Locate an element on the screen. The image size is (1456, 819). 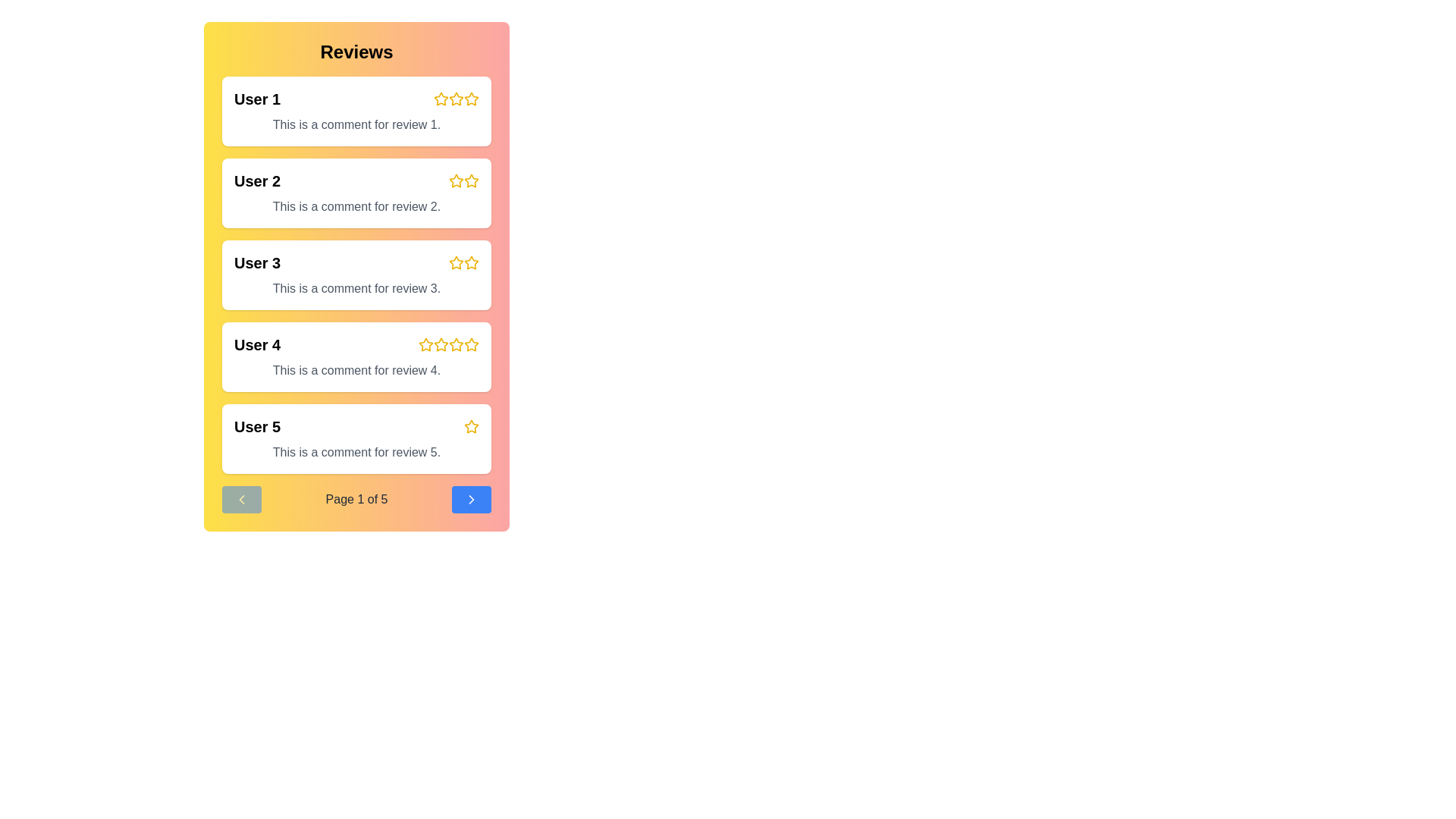
the second yellow star rating icon for 'User 2' is located at coordinates (471, 180).